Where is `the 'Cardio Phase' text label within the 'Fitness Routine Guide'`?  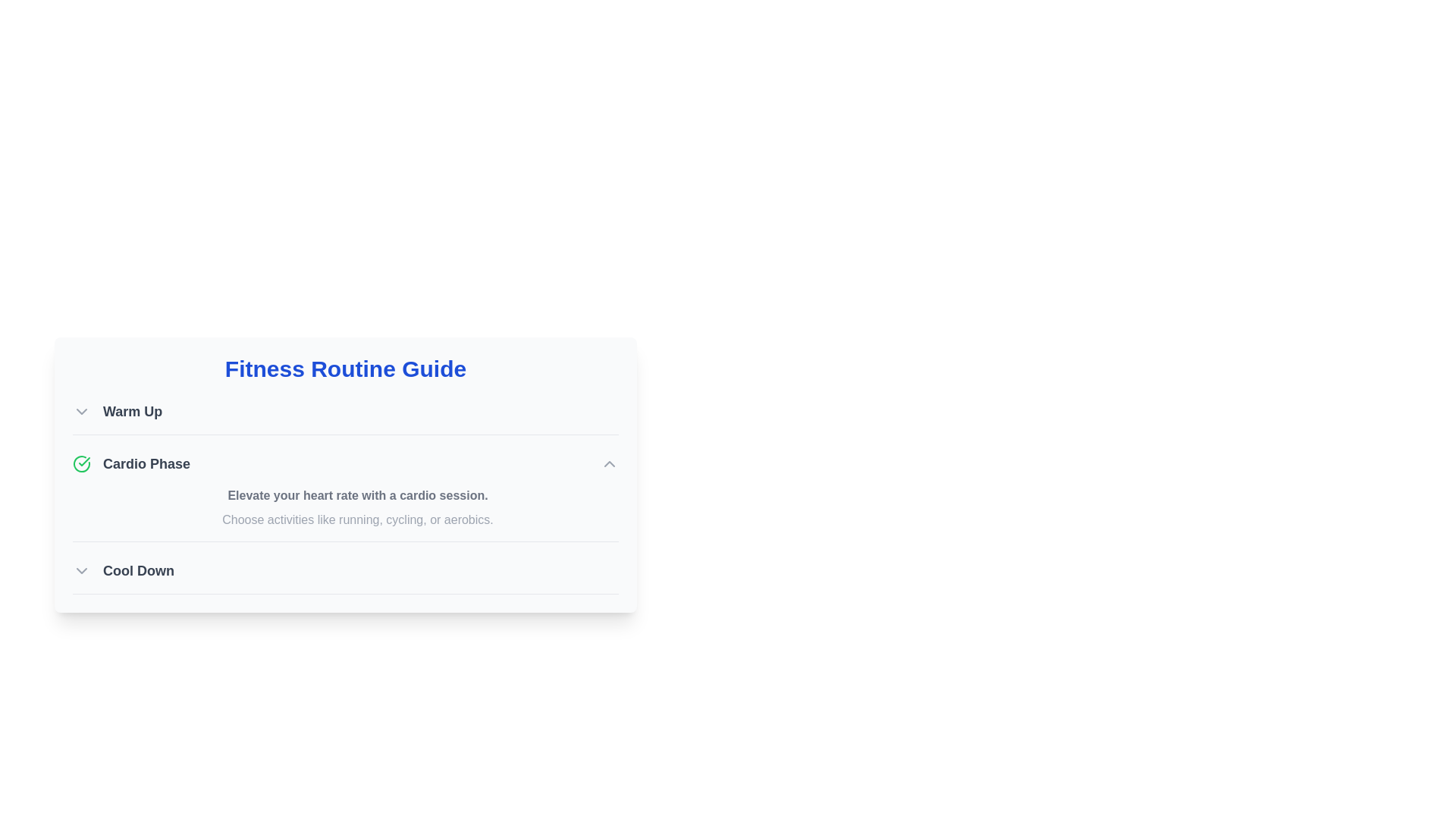
the 'Cardio Phase' text label within the 'Fitness Routine Guide' is located at coordinates (146, 463).